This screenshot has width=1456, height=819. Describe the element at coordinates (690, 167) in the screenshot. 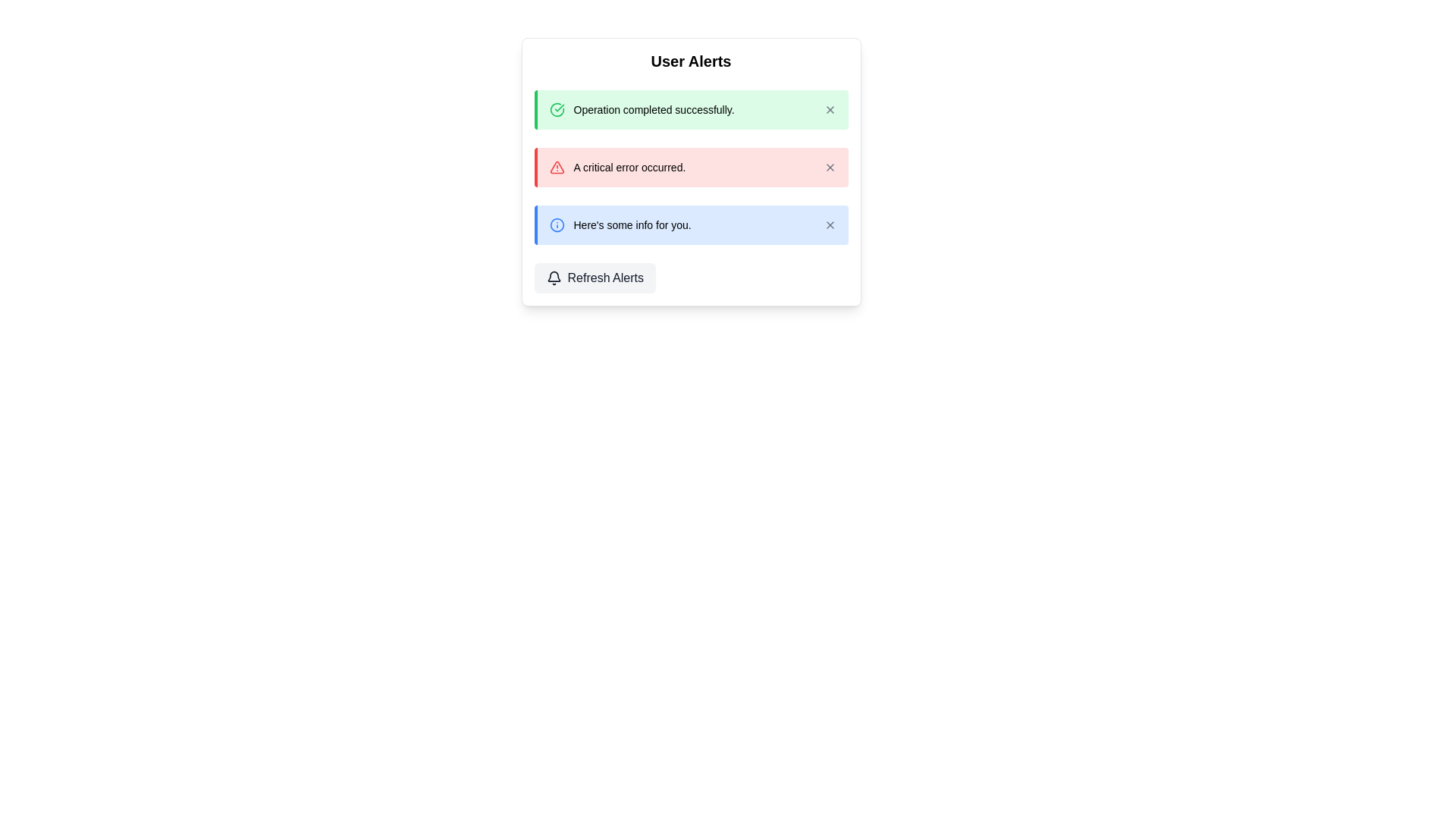

I see `the close button of the second notification alert box, which indicates a critical error and is located below the 'Operation completed successfully.' message` at that location.